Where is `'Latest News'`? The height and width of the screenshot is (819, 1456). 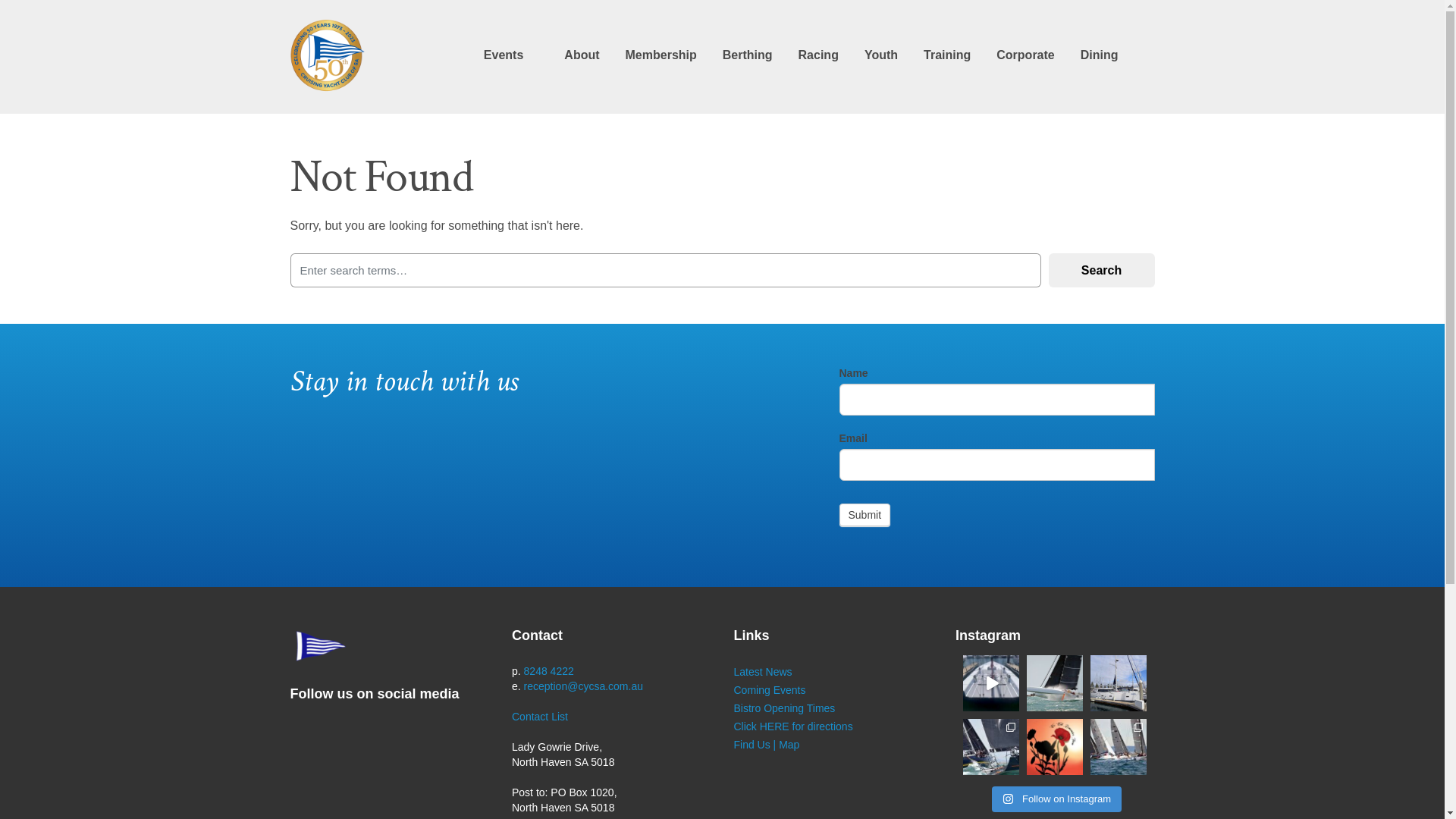
'Latest News' is located at coordinates (763, 671).